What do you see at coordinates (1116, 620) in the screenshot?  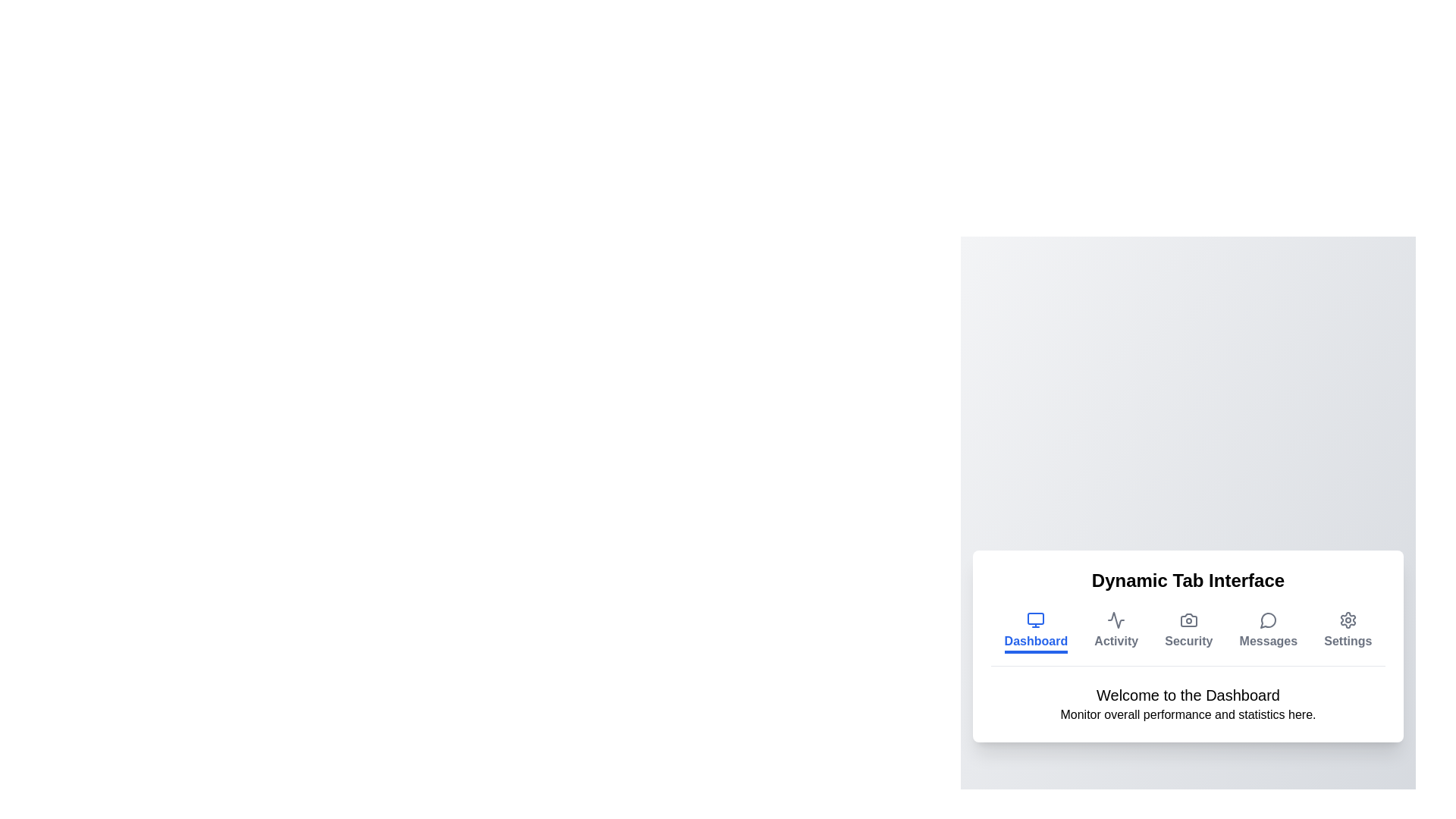 I see `the waveform icon in the 'Activity' tab` at bounding box center [1116, 620].